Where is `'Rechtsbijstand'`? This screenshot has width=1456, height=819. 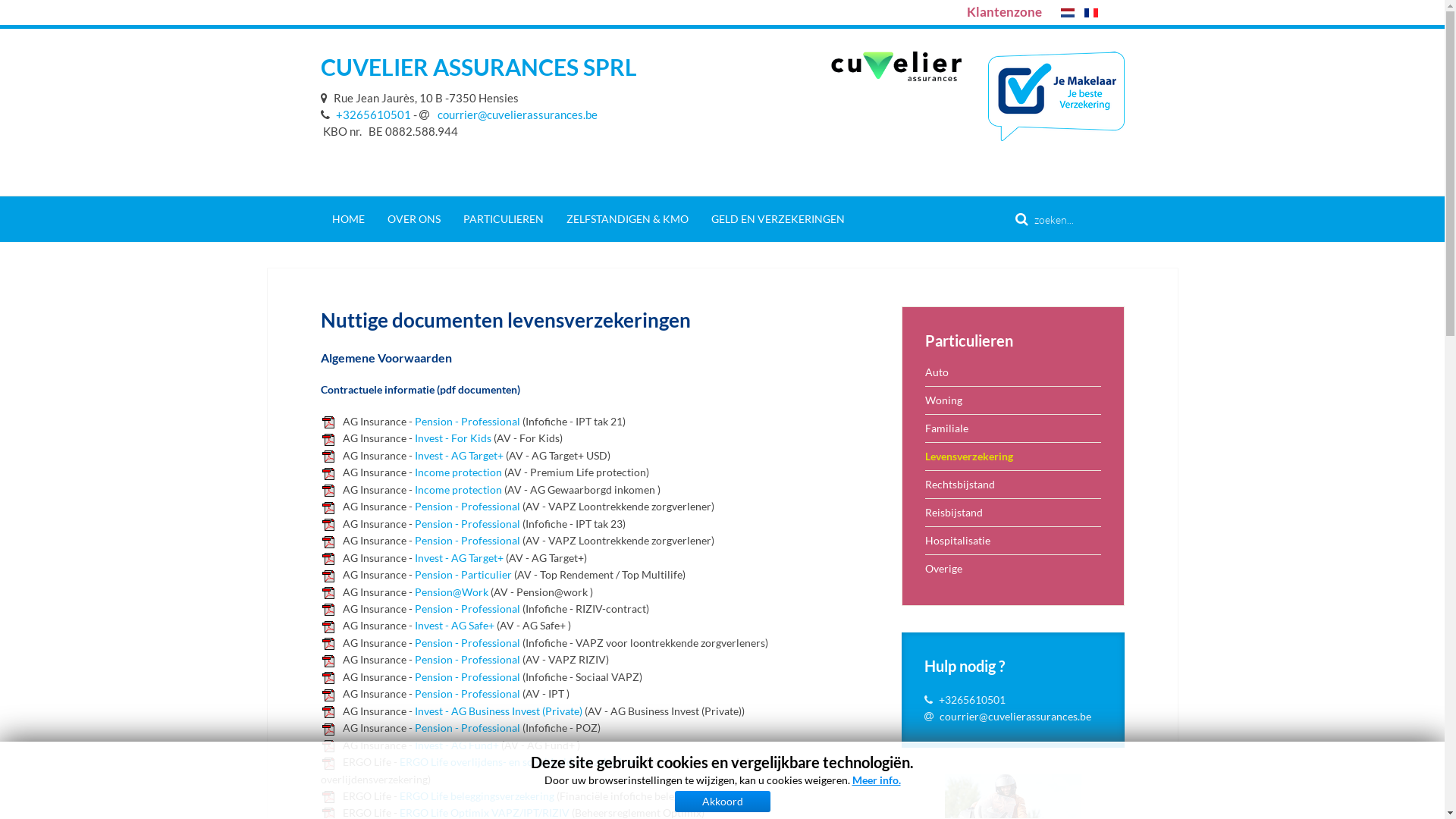
'Rechtsbijstand' is located at coordinates (1012, 484).